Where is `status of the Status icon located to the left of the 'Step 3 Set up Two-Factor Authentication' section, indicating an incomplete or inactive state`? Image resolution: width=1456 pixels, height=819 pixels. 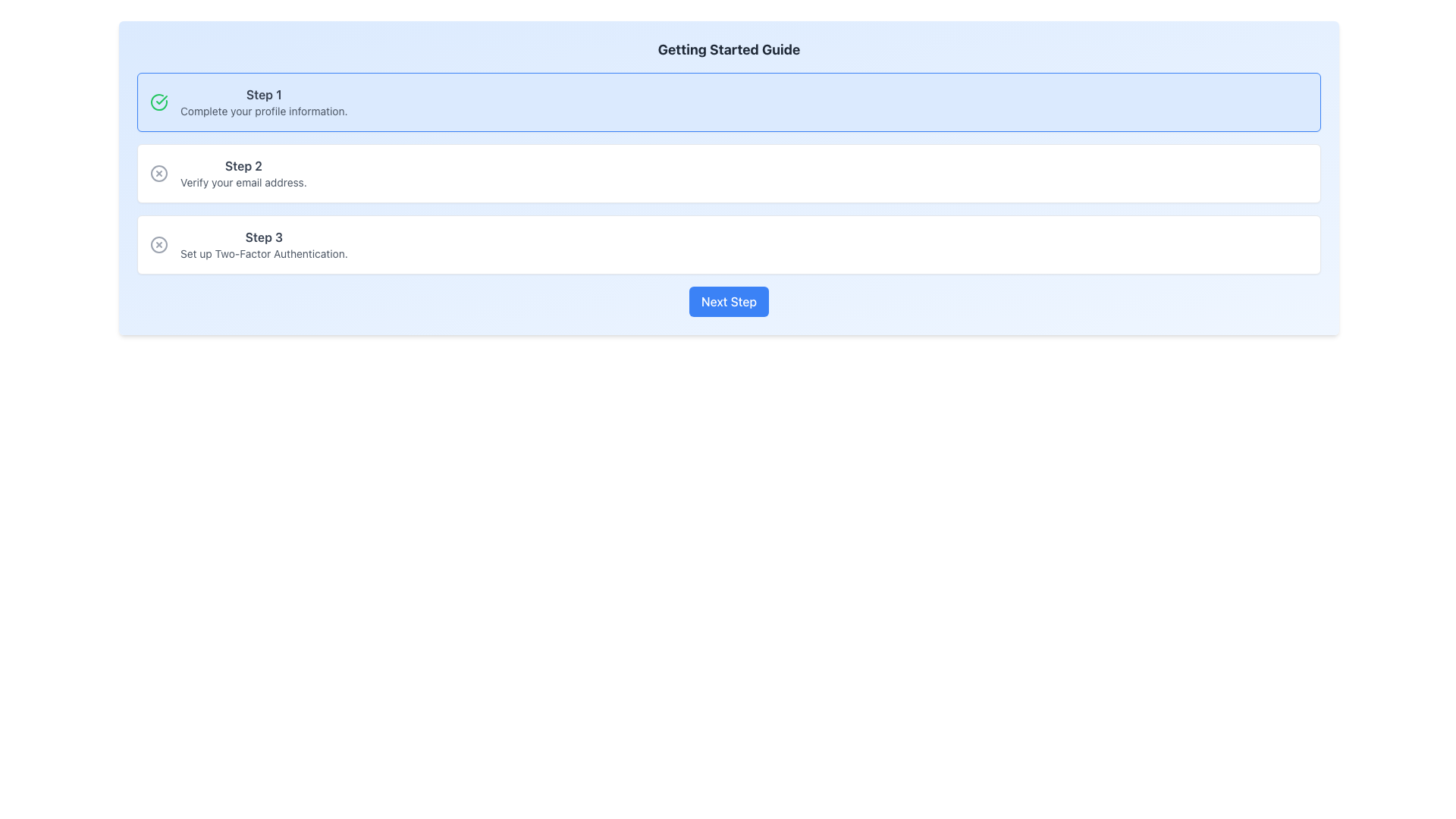 status of the Status icon located to the left of the 'Step 3 Set up Two-Factor Authentication' section, indicating an incomplete or inactive state is located at coordinates (159, 244).